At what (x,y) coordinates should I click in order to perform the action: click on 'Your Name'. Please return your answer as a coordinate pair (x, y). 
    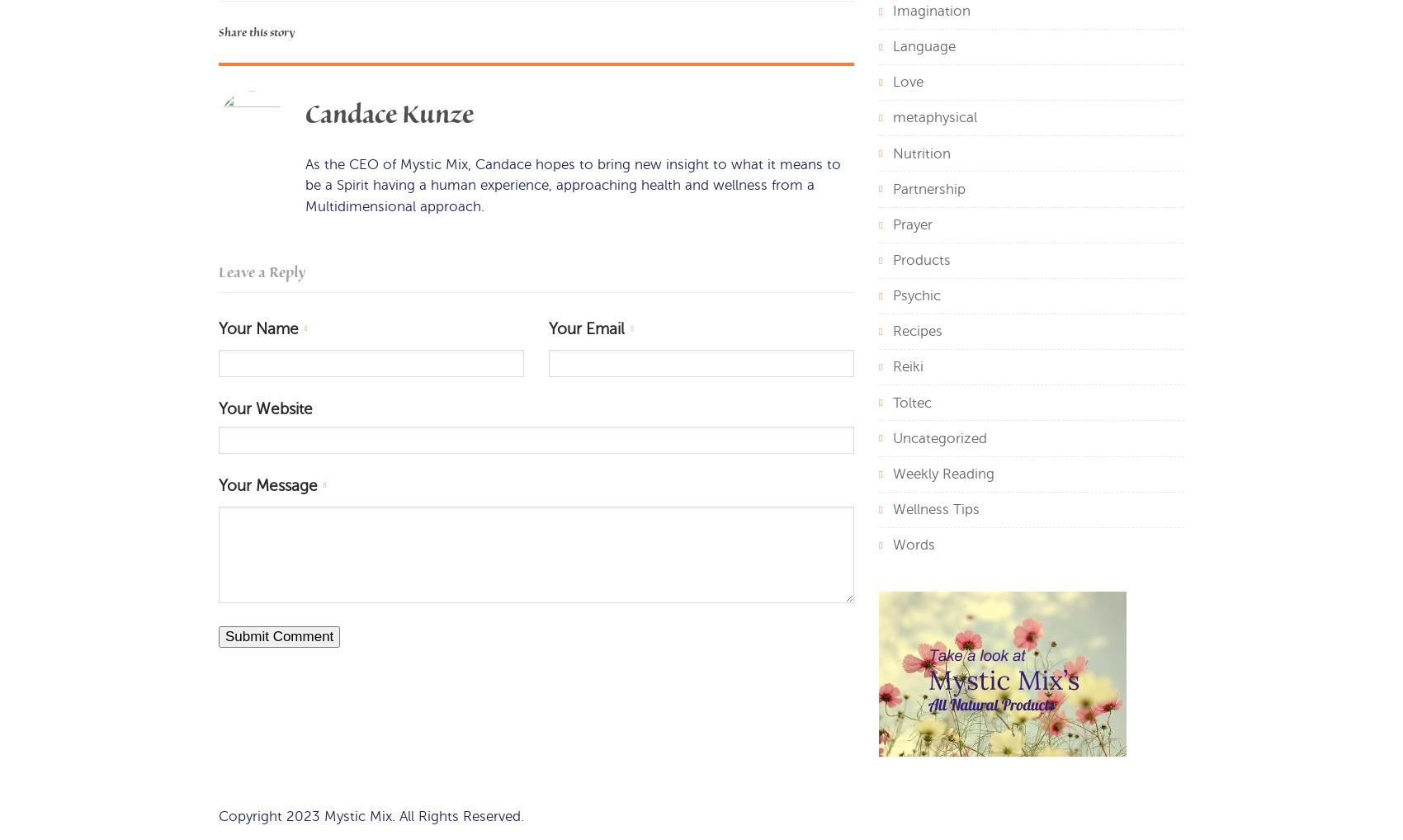
    Looking at the image, I should click on (258, 328).